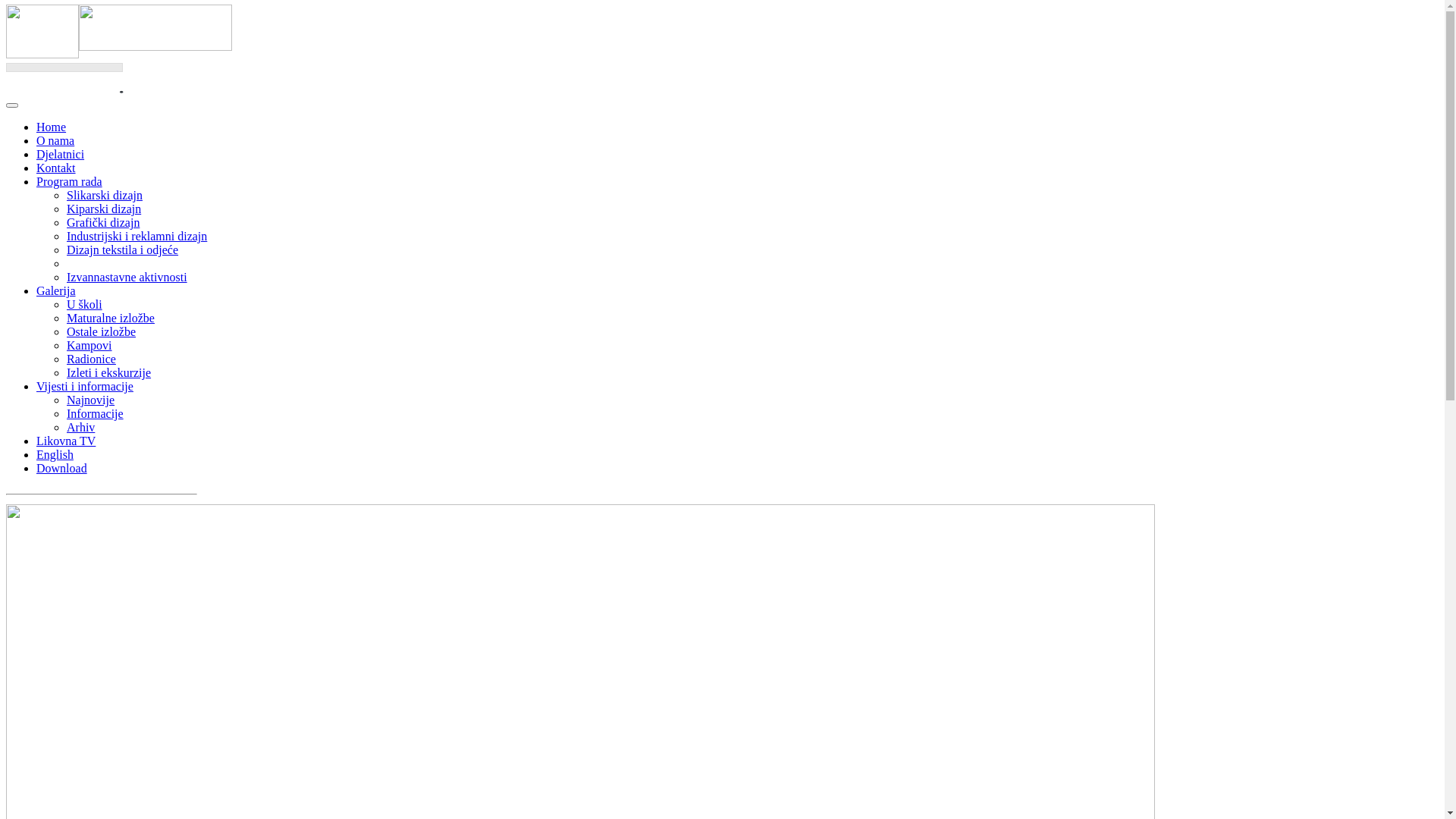  What do you see at coordinates (108, 372) in the screenshot?
I see `'Izleti i ekskurzije'` at bounding box center [108, 372].